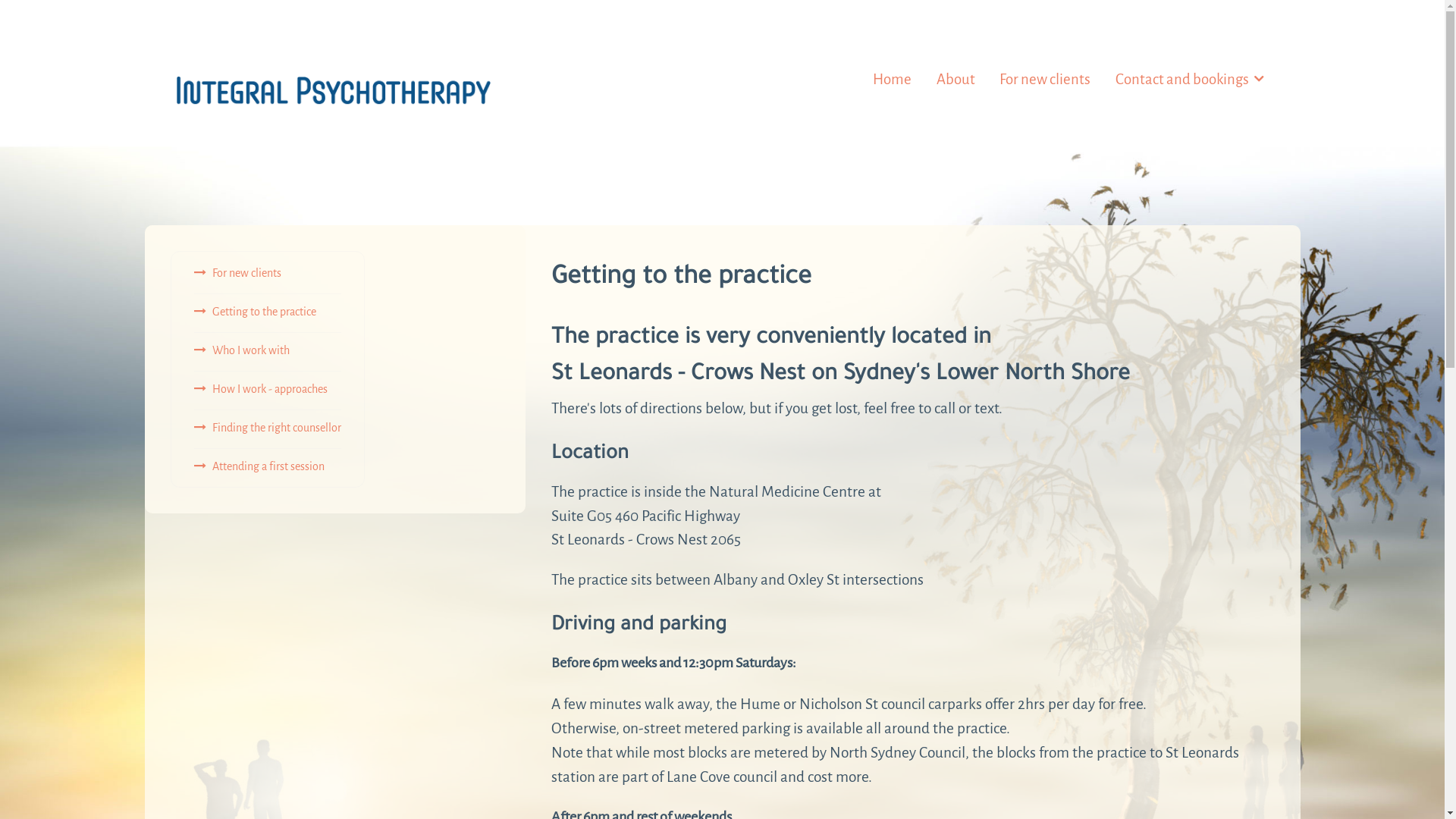 The width and height of the screenshot is (1456, 819). I want to click on 'Getting to the practice', so click(255, 310).